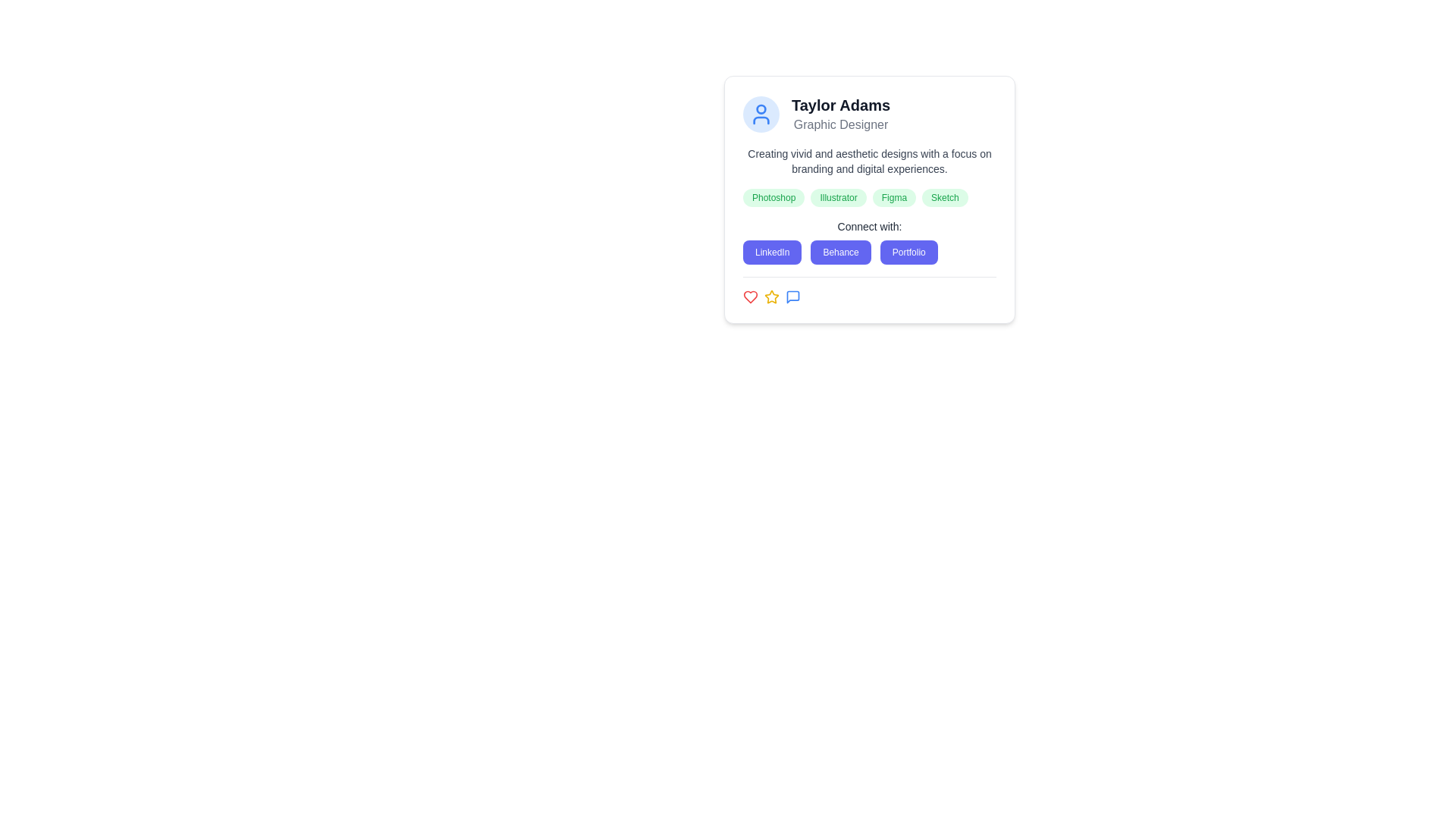 The image size is (1456, 819). What do you see at coordinates (761, 113) in the screenshot?
I see `the user profile icon, which is a circular element with a light blue background, located above the text 'Taylor Adams' in the top-left corner of the card layout` at bounding box center [761, 113].